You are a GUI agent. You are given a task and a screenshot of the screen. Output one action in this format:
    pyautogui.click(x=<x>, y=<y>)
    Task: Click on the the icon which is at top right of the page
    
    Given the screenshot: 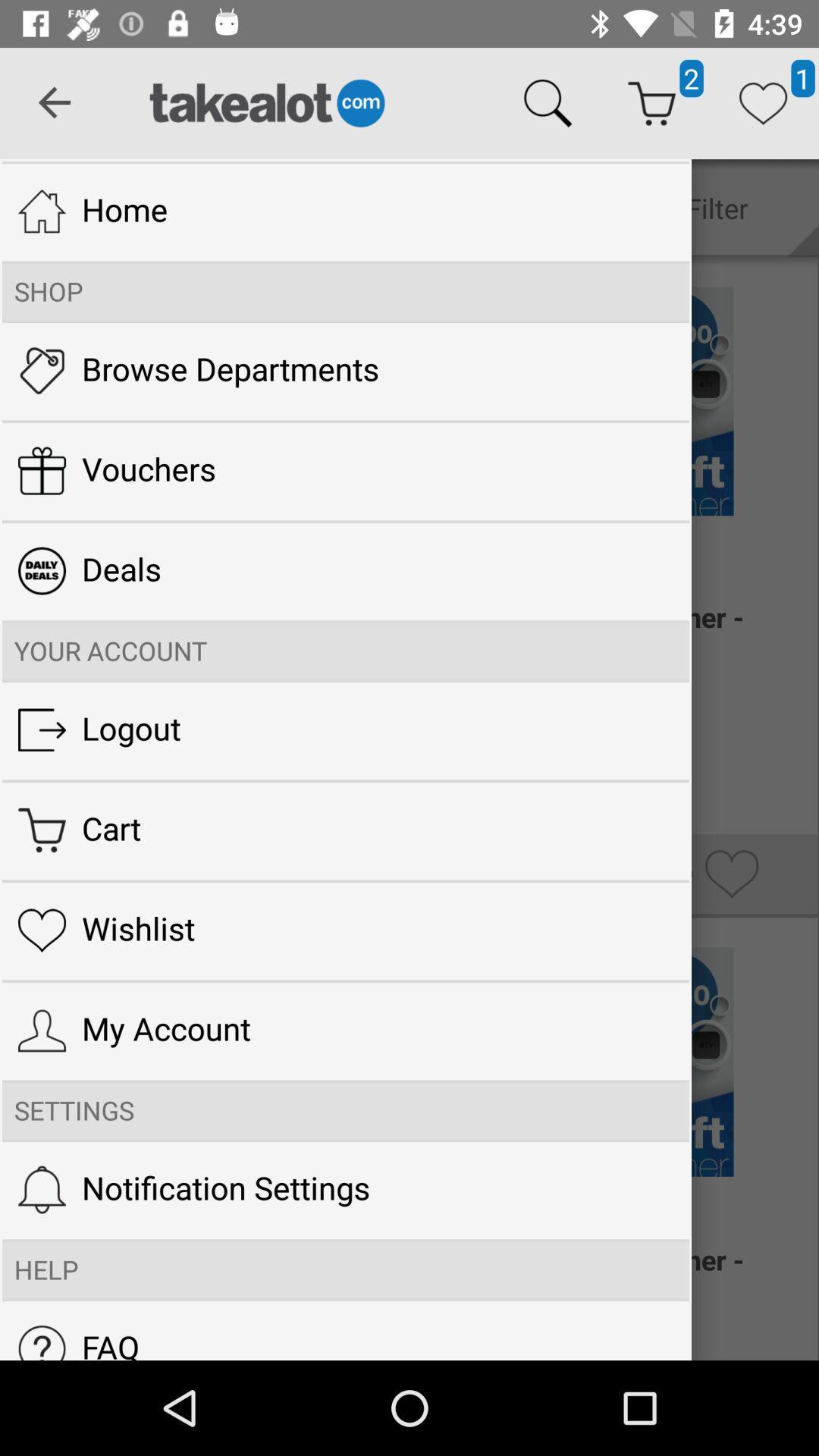 What is the action you would take?
    pyautogui.click(x=763, y=103)
    